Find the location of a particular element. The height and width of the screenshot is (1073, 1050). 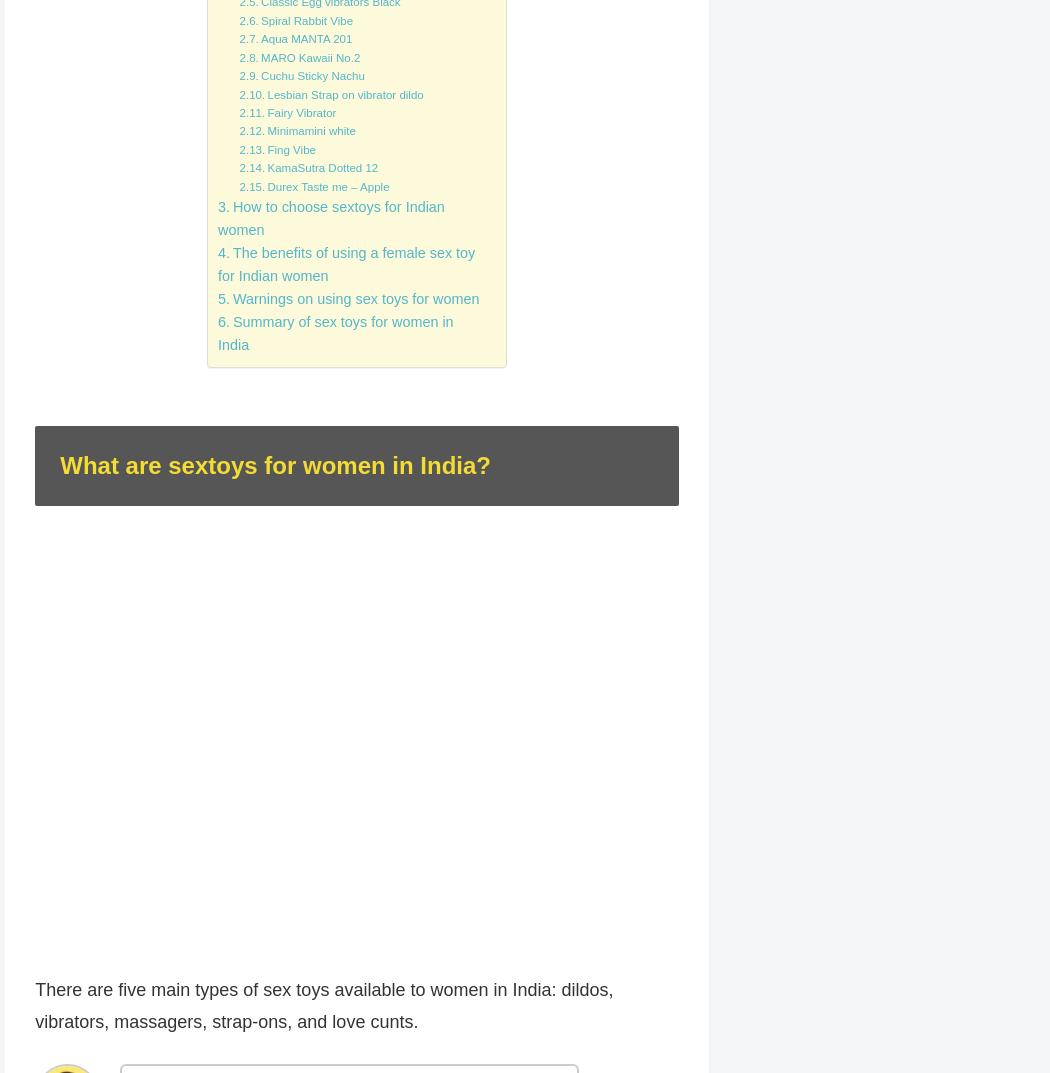

'Summary of sex toys for women in India' is located at coordinates (335, 333).